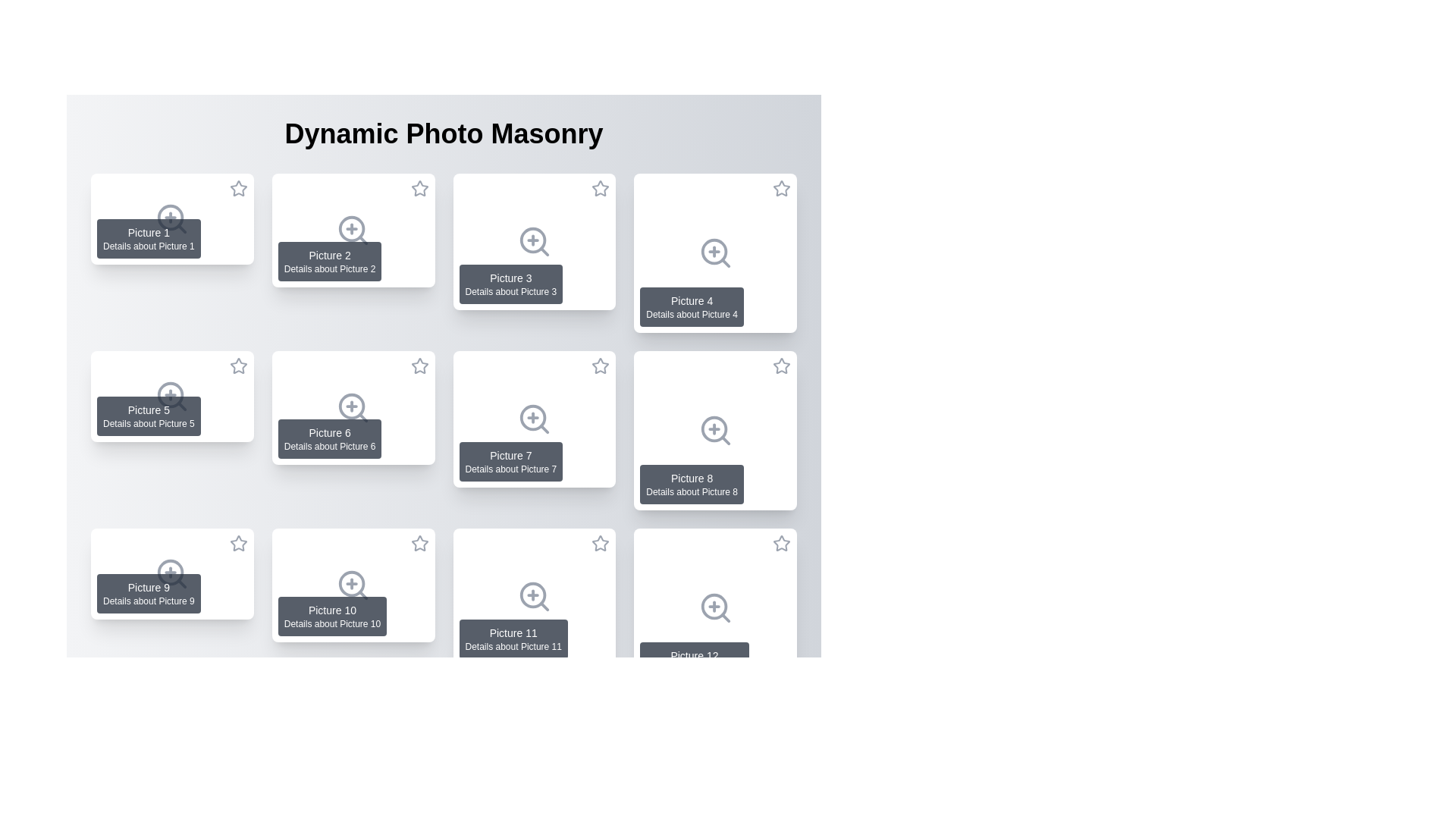 This screenshot has width=1456, height=819. What do you see at coordinates (600, 187) in the screenshot?
I see `the interactive icon in the top-right corner of the 'Picture 3' box in the photo grid` at bounding box center [600, 187].